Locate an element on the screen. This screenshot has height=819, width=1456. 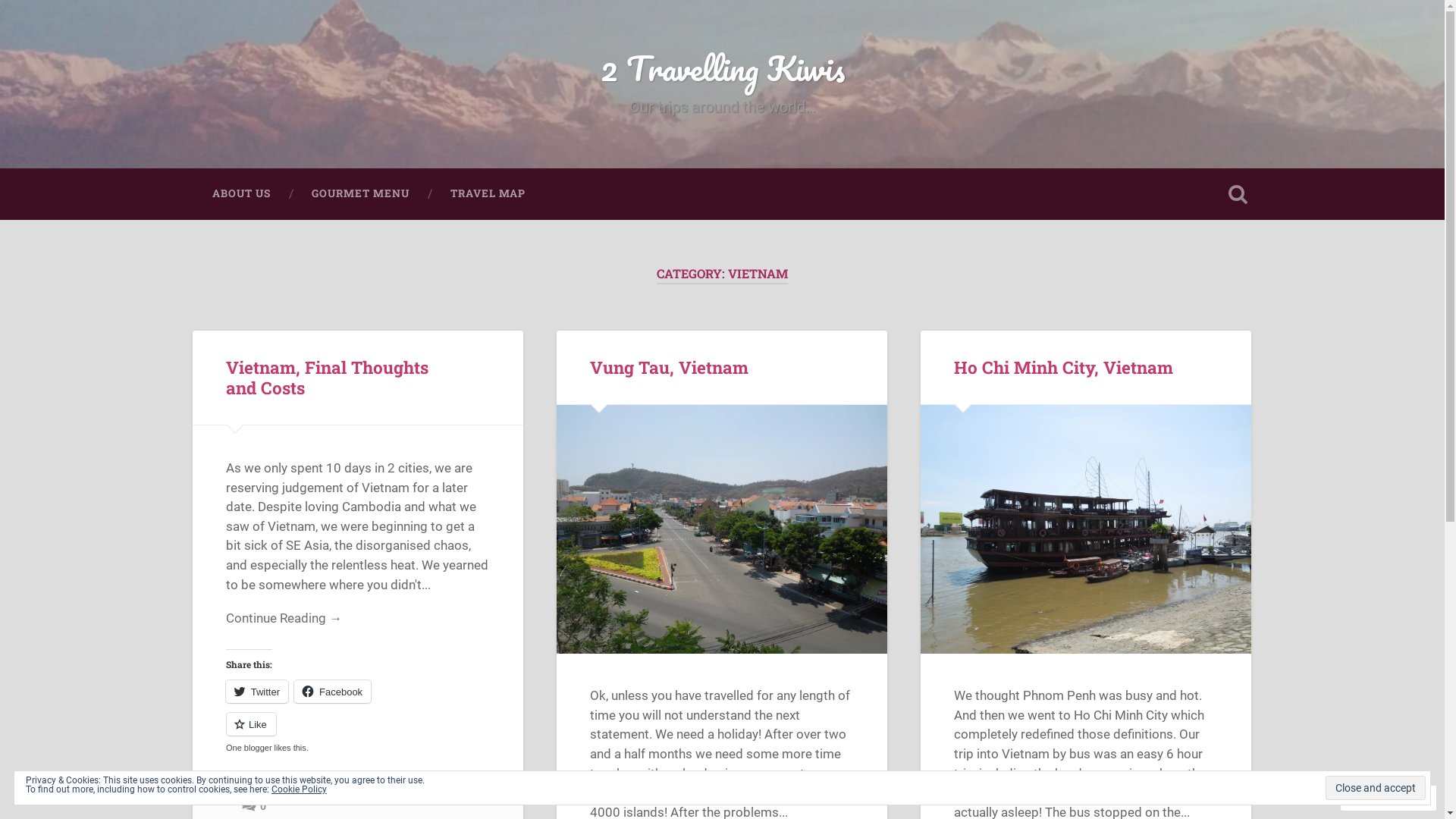
'2 Travelling Kiwis' is located at coordinates (722, 67).